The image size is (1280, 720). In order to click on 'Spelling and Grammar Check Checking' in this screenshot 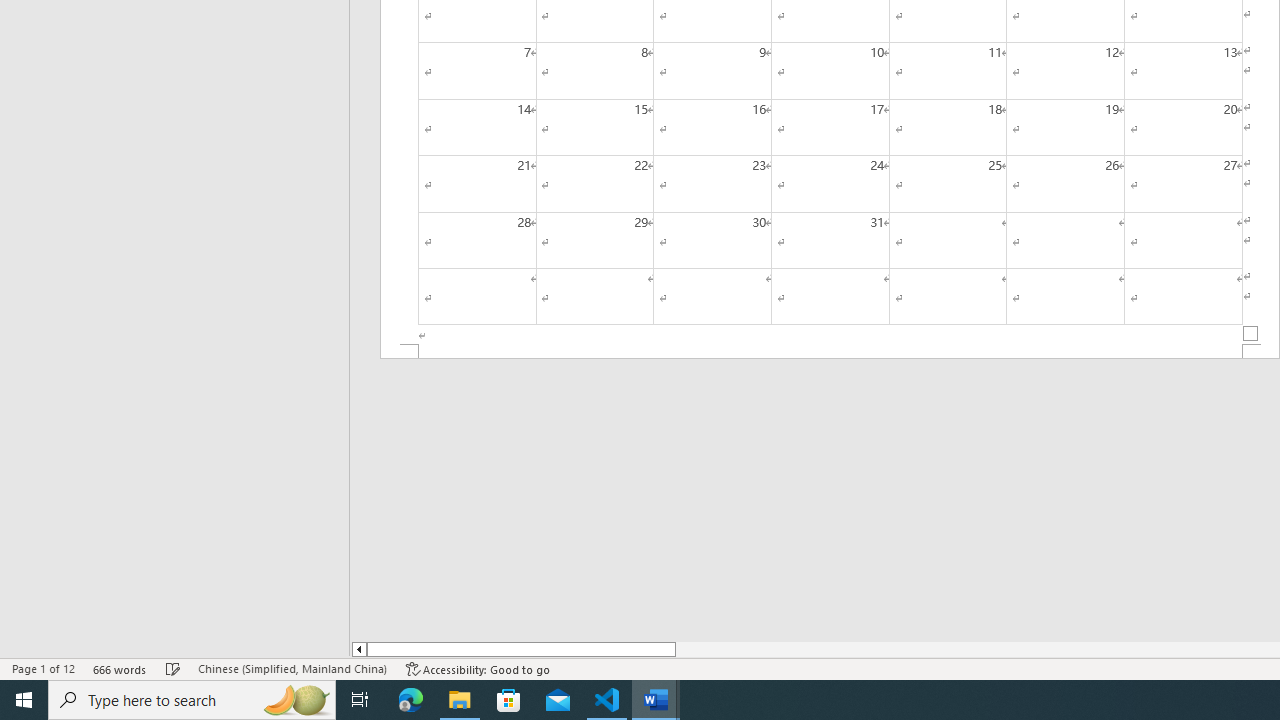, I will do `click(173, 669)`.